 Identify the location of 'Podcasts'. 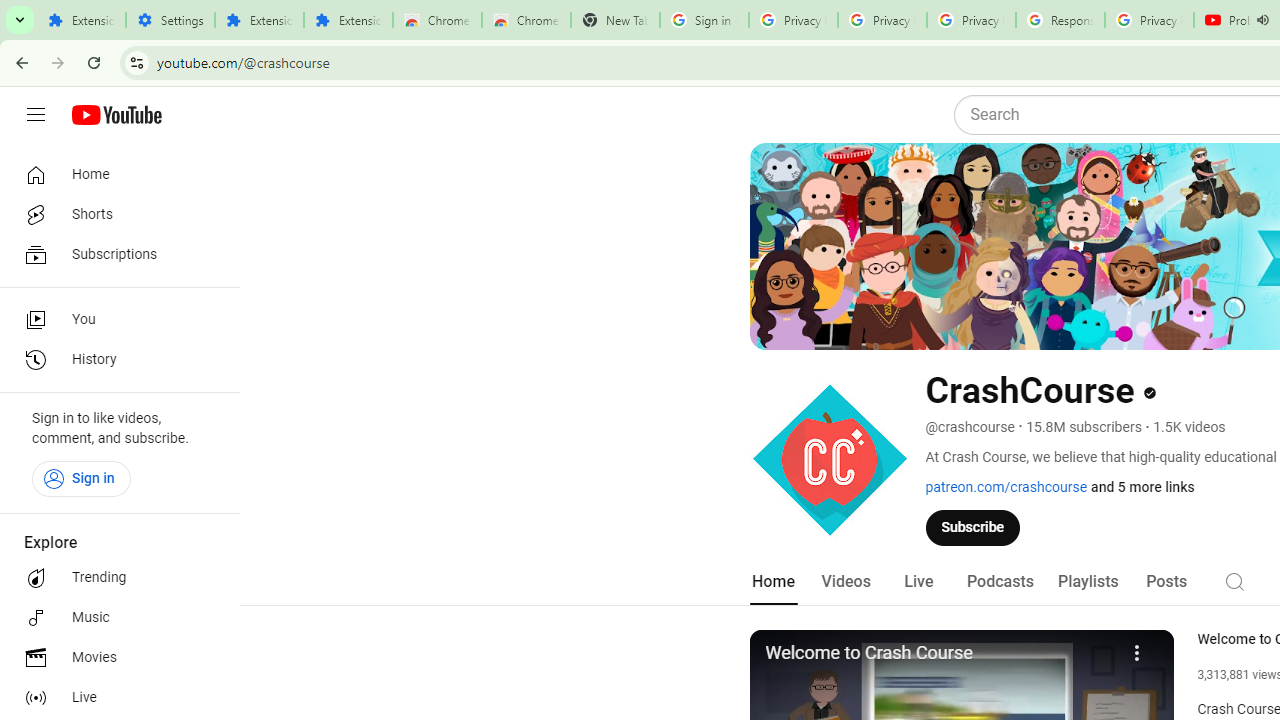
(1000, 581).